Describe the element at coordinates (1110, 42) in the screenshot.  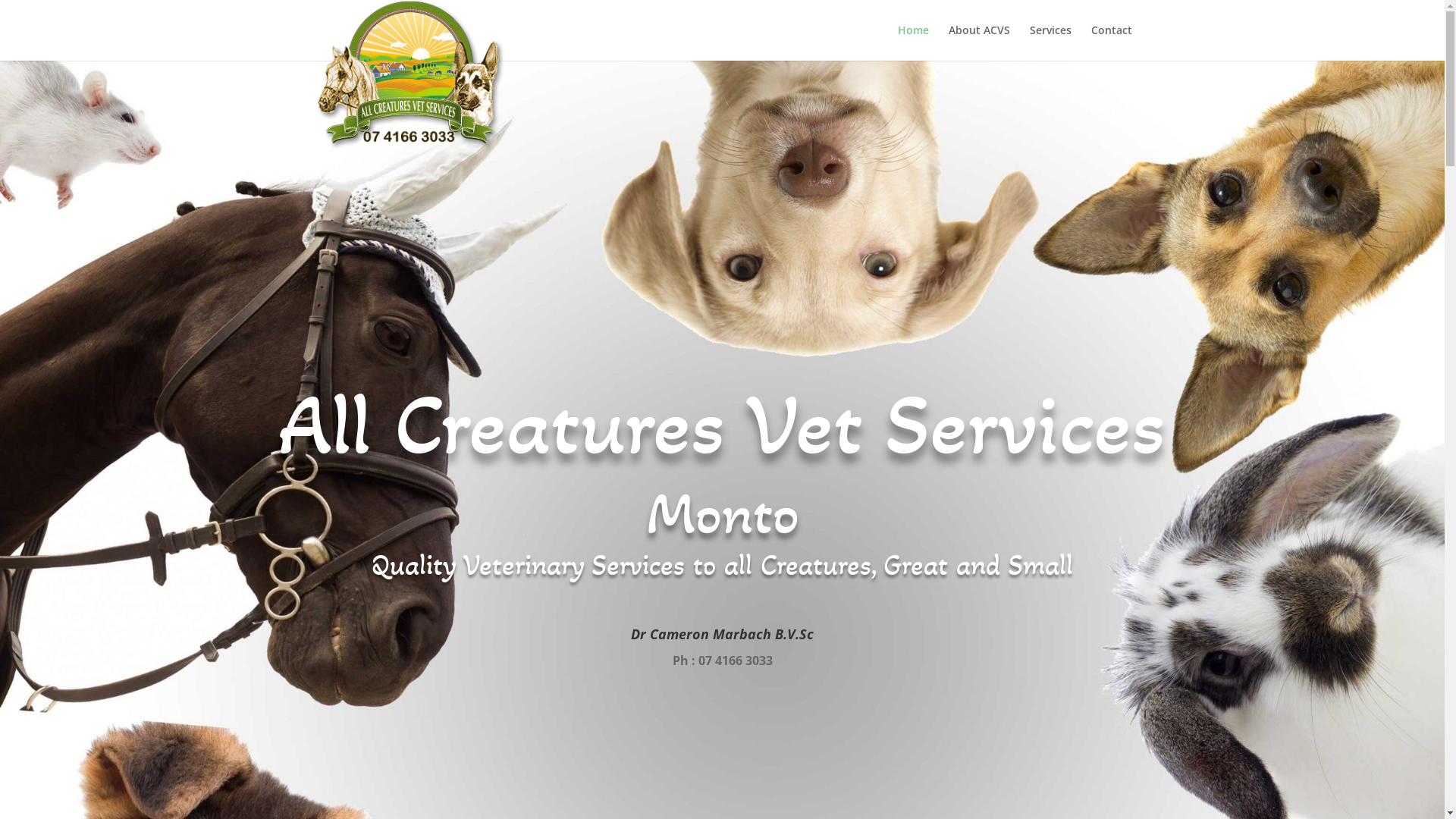
I see `'Contact'` at that location.